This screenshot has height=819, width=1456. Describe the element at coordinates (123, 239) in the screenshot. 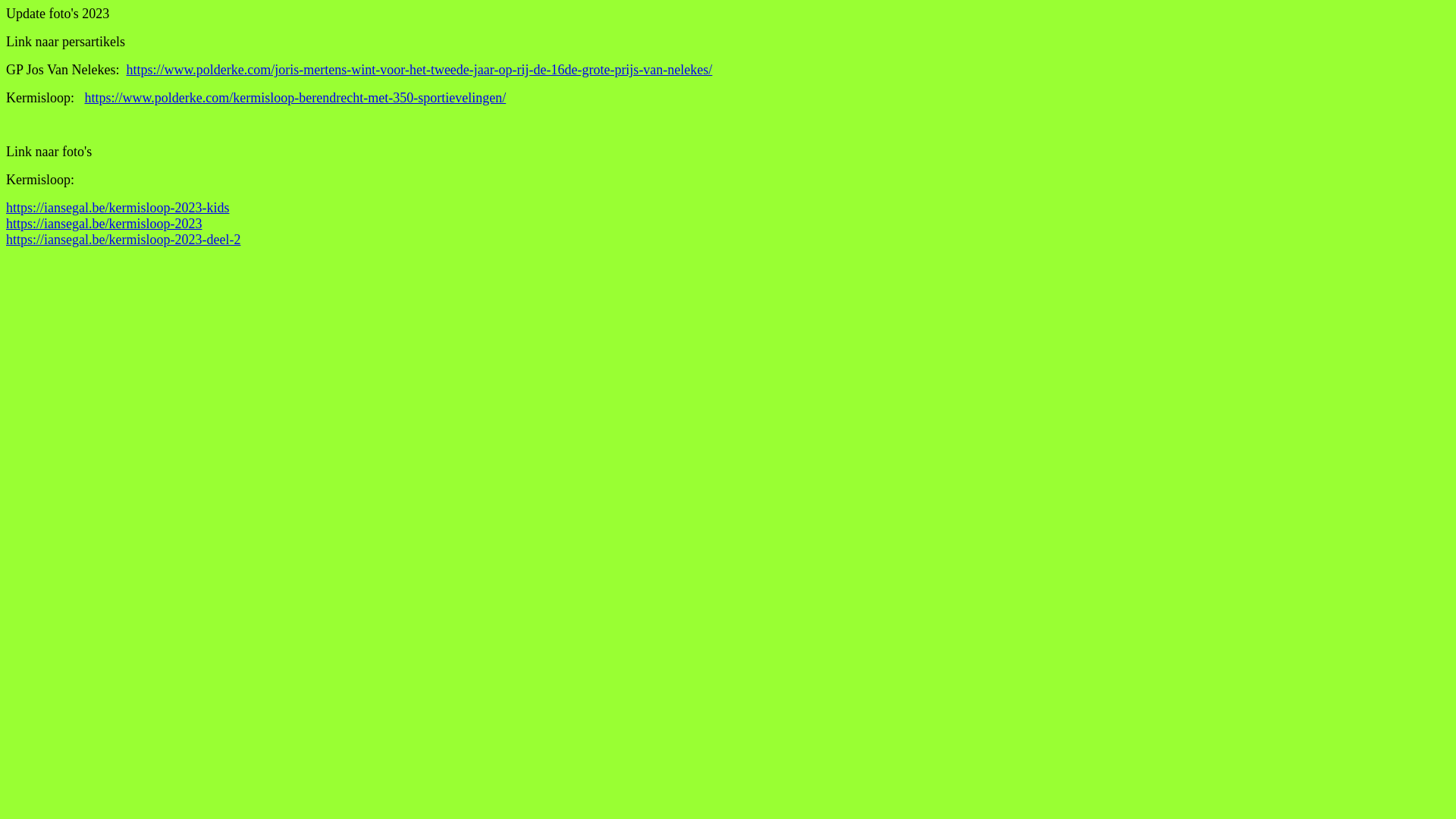

I see `'https://iansegal.be/kermisloop-2023-deel-2'` at that location.